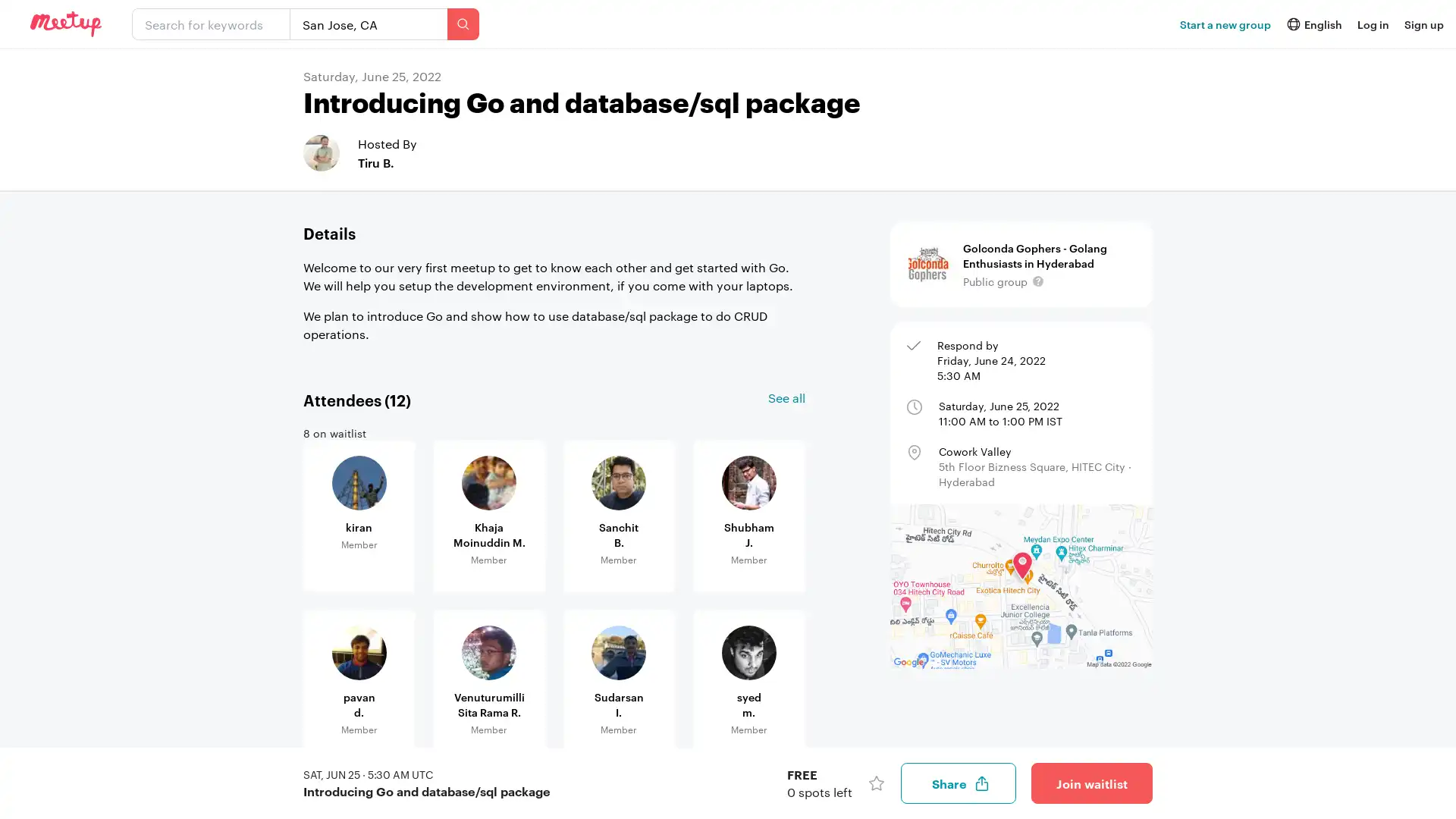 The image size is (1456, 819). I want to click on Share event, so click(957, 783).